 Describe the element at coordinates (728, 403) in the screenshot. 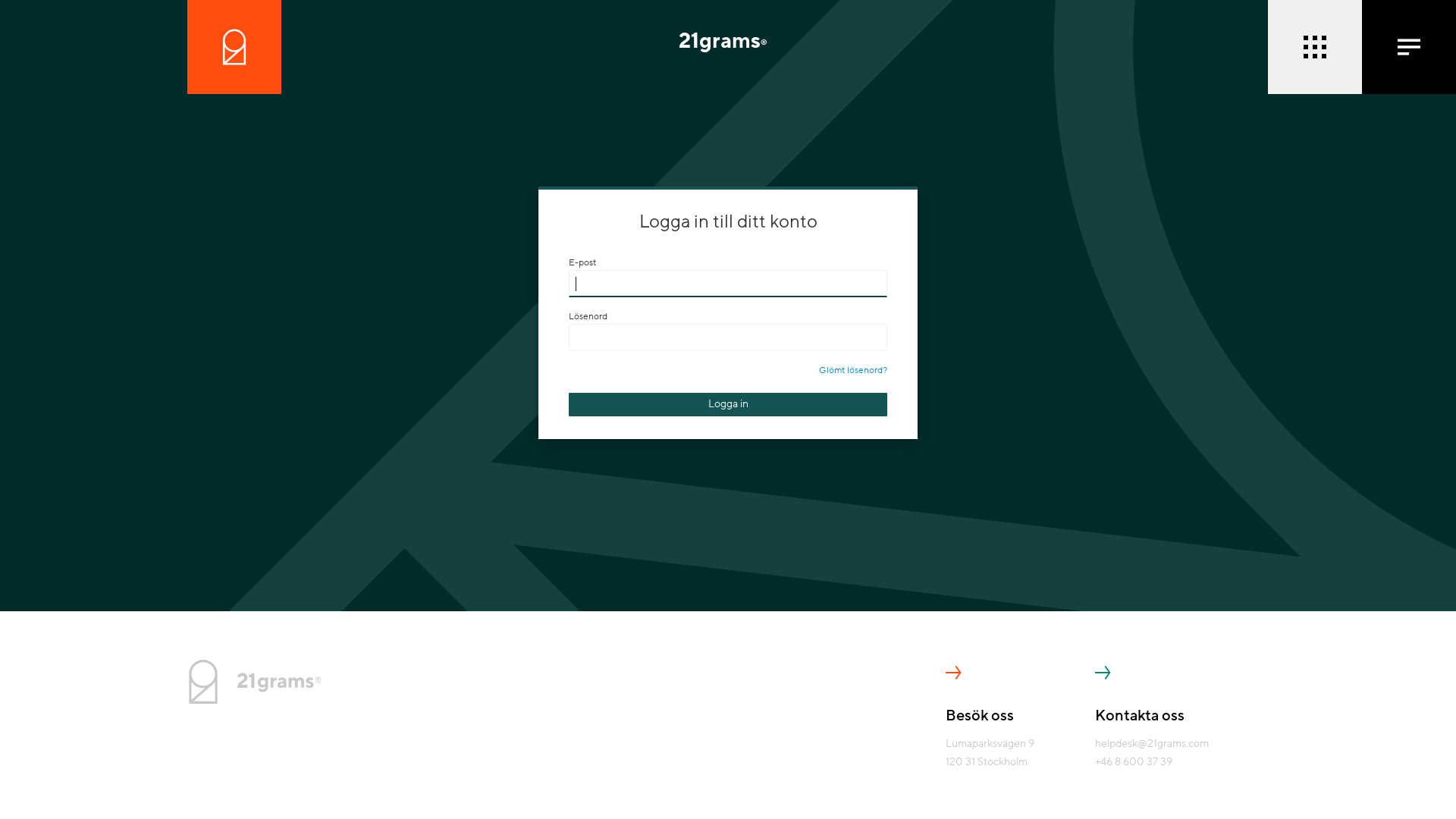

I see `'Logga in'` at that location.